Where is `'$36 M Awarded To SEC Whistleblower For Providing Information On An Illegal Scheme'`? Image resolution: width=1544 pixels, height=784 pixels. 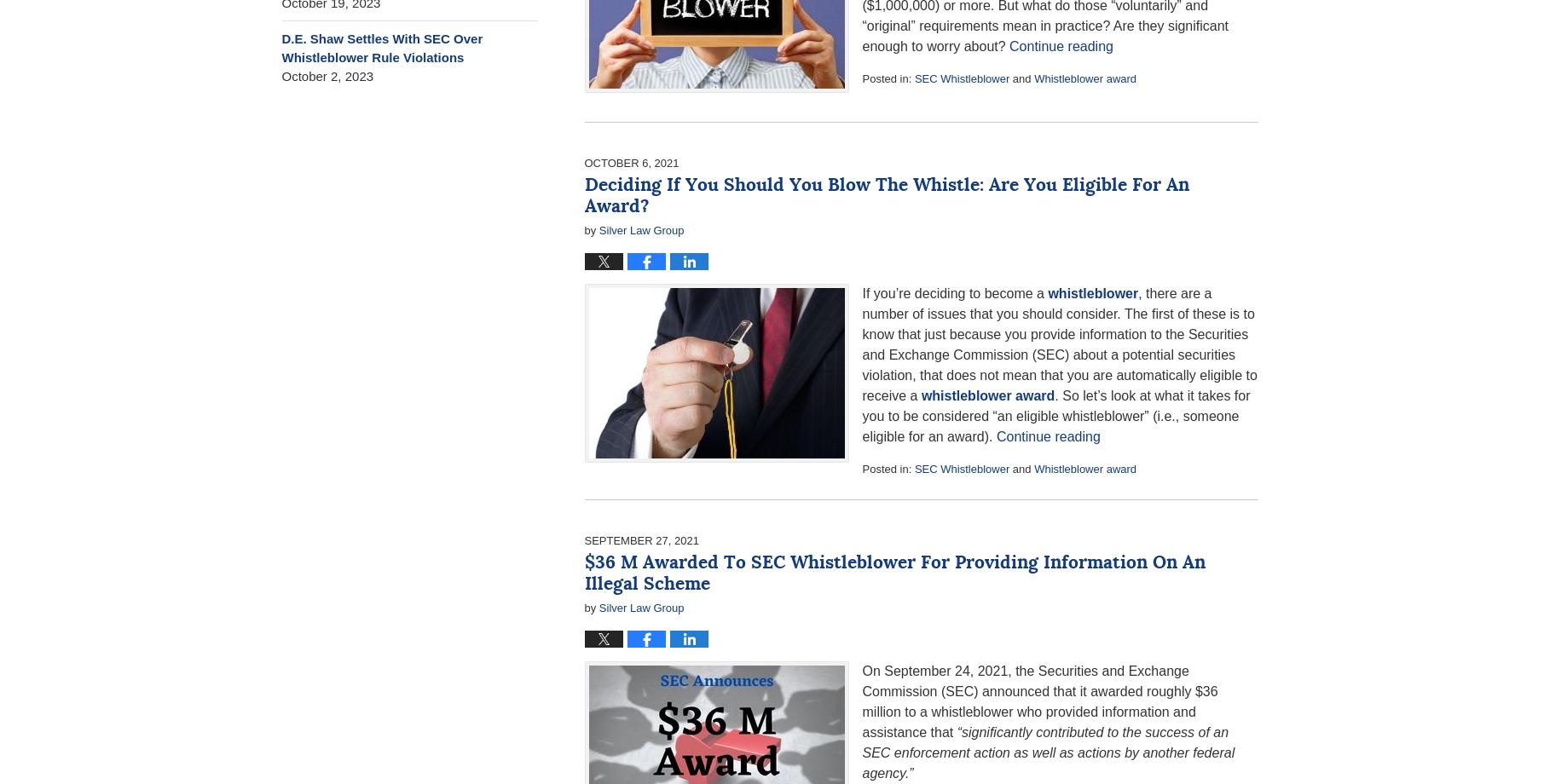
'$36 M Awarded To SEC Whistleblower For Providing Information On An Illegal Scheme' is located at coordinates (893, 572).